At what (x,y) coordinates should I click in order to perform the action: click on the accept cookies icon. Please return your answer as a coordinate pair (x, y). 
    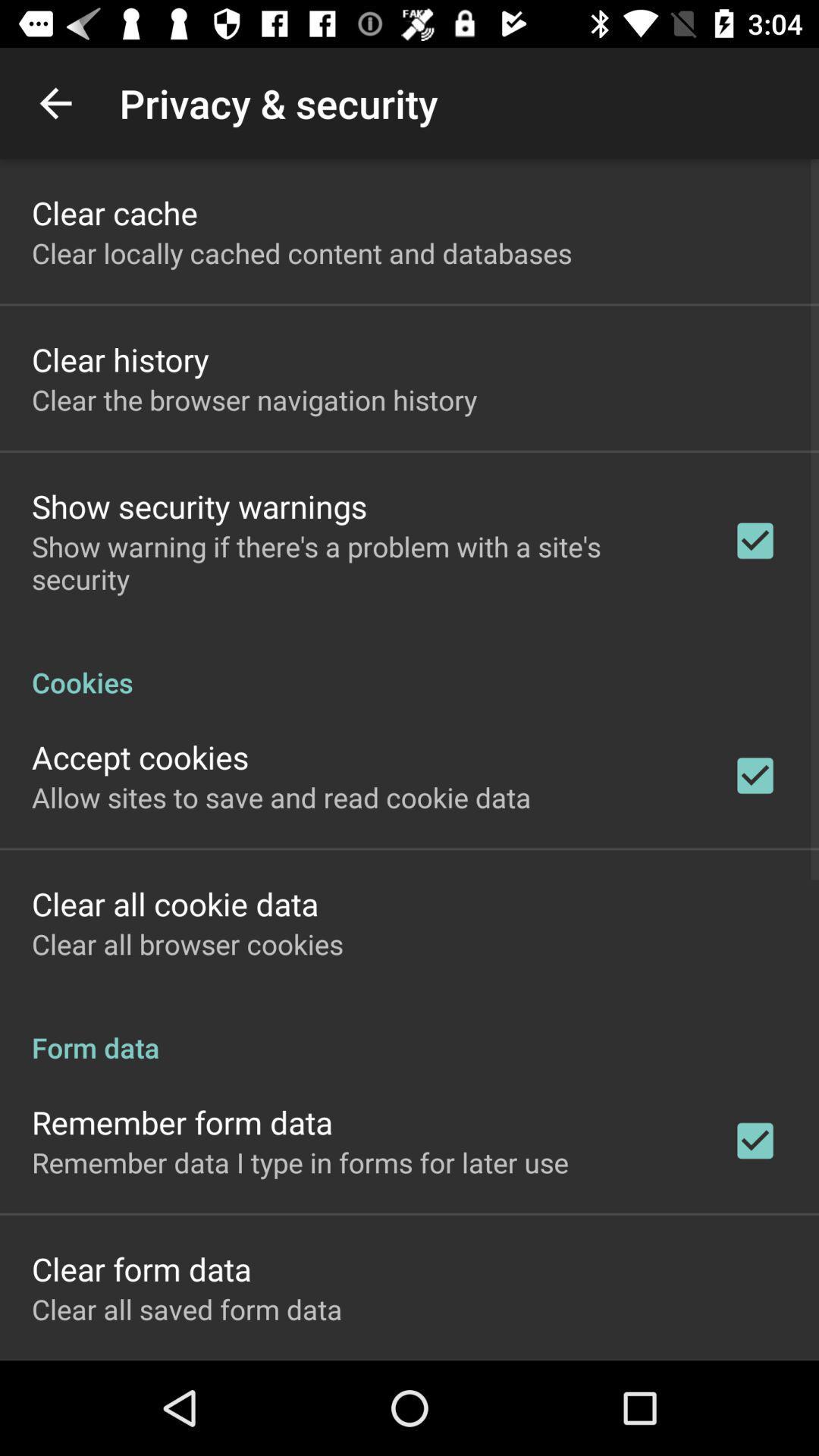
    Looking at the image, I should click on (140, 757).